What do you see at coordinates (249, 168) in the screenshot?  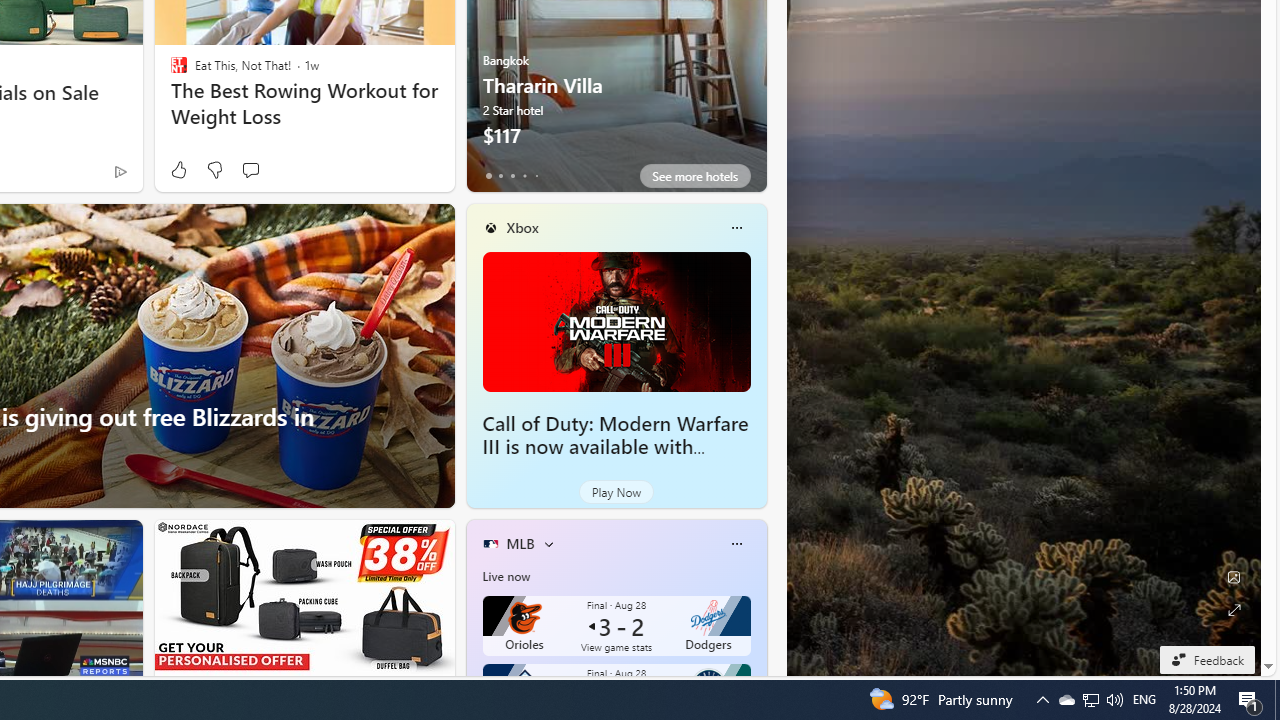 I see `'Start the conversation'` at bounding box center [249, 168].